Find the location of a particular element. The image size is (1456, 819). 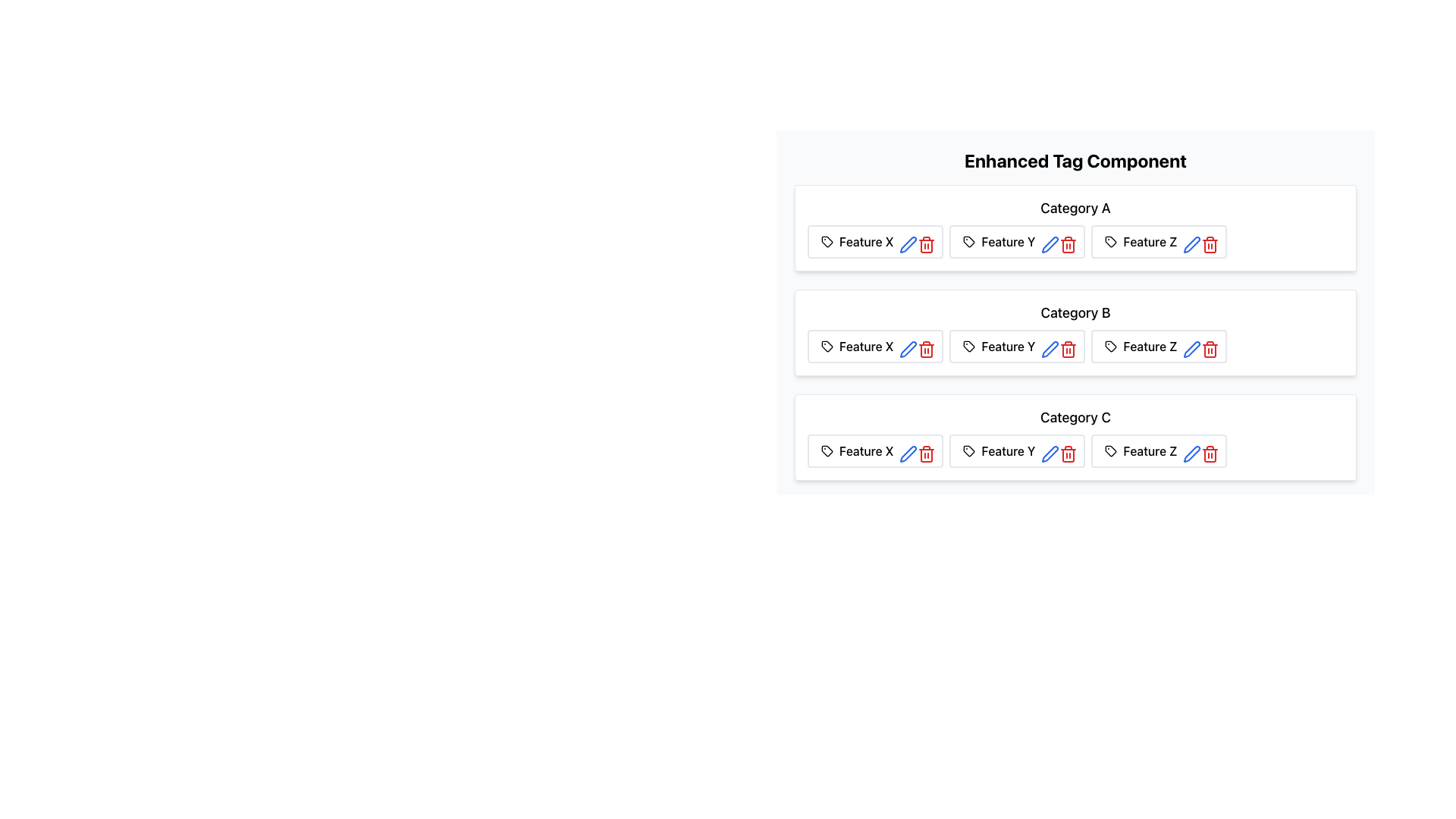

the first button labeled 'Feature X' in the second row of the 'Enhanced Tag Component' layout is located at coordinates (875, 346).